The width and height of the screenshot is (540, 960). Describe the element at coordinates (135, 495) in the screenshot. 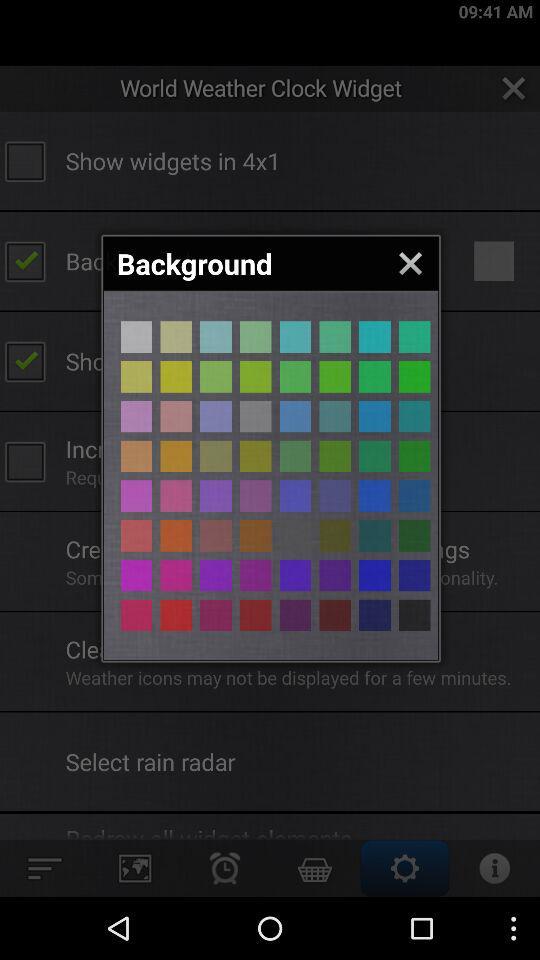

I see `pick orange background color` at that location.